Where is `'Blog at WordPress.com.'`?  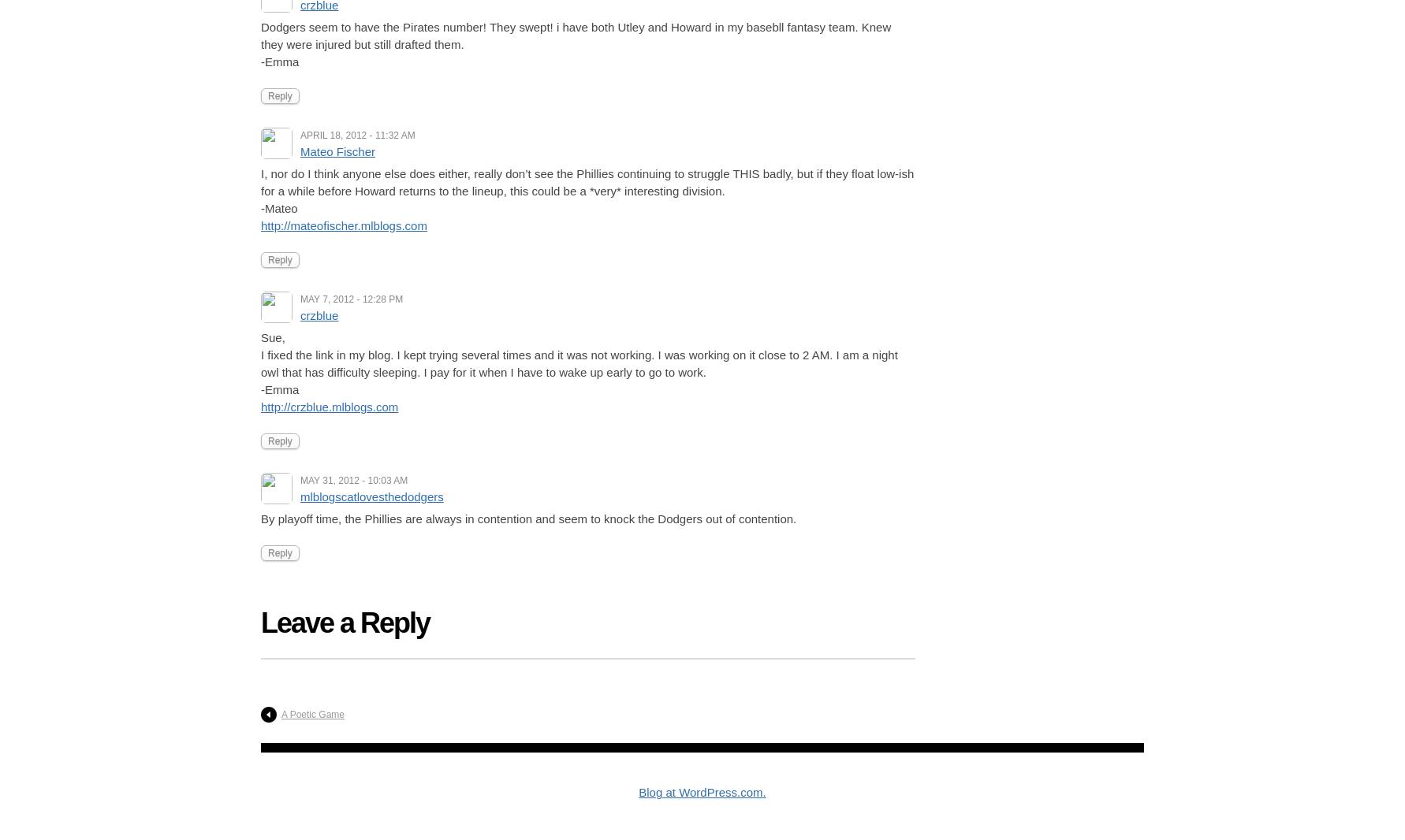
'Blog at WordPress.com.' is located at coordinates (701, 792).